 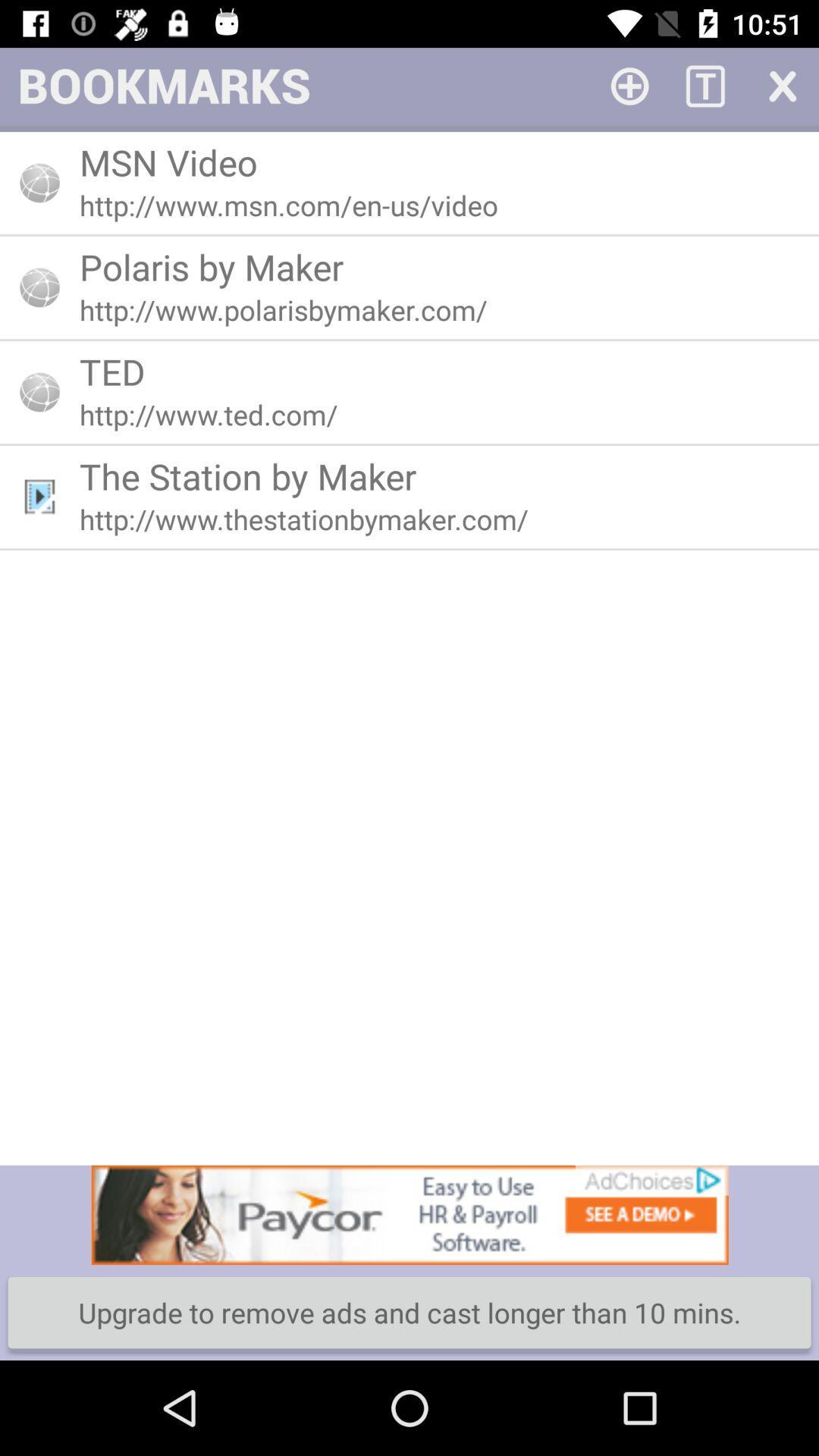 What do you see at coordinates (781, 84) in the screenshot?
I see `the bookmarks` at bounding box center [781, 84].